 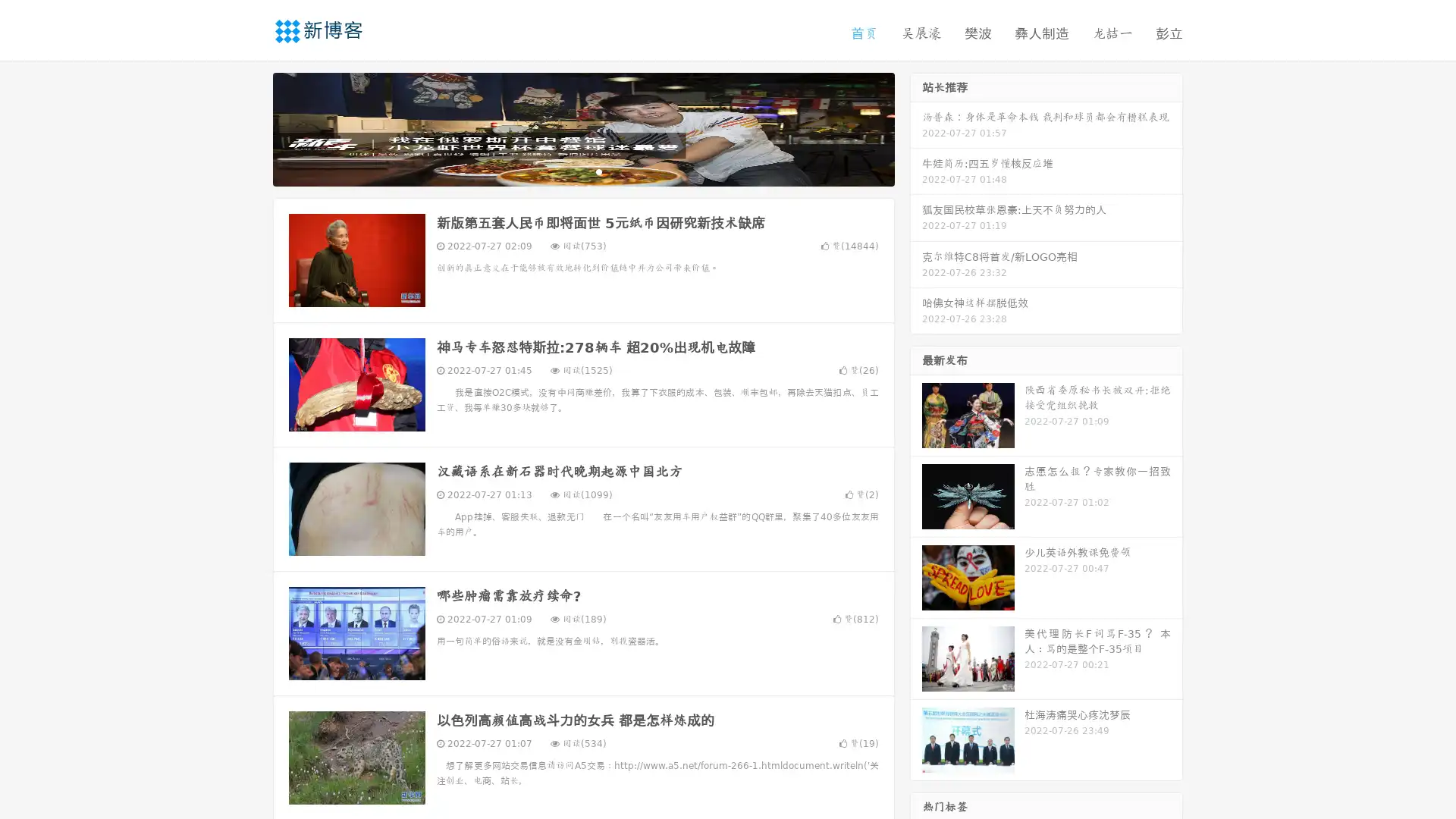 What do you see at coordinates (250, 127) in the screenshot?
I see `Previous slide` at bounding box center [250, 127].